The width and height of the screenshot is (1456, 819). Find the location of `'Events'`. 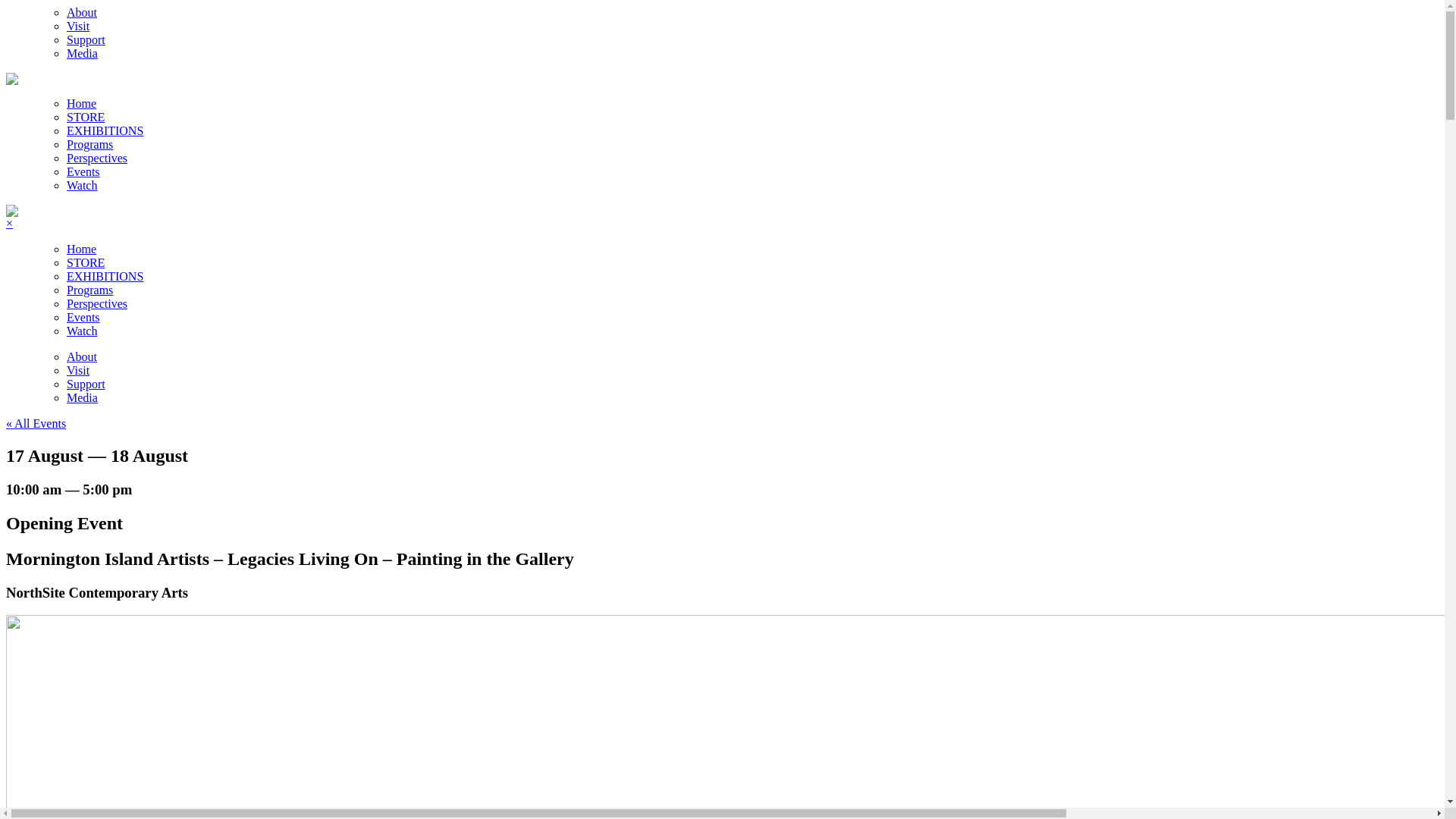

'Events' is located at coordinates (83, 171).